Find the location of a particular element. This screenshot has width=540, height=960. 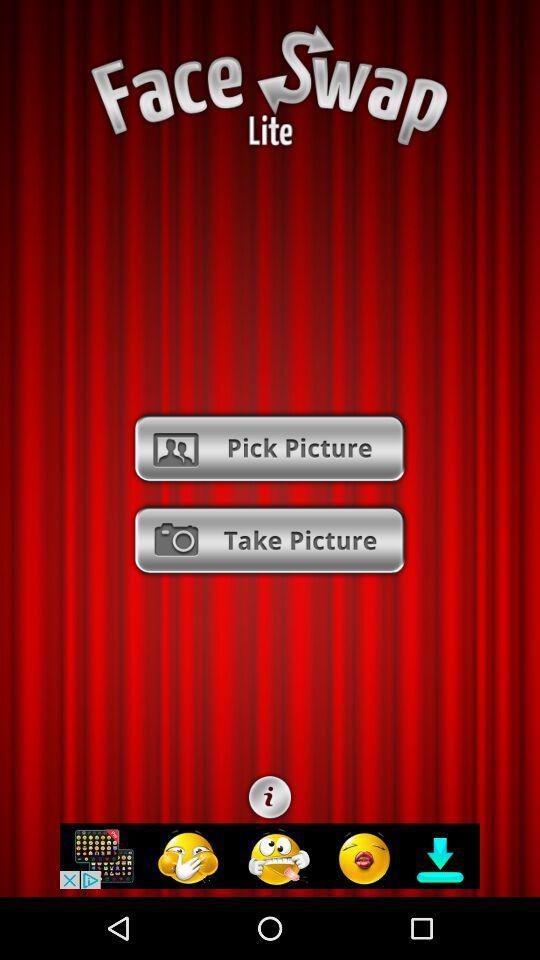

take picture is located at coordinates (269, 539).